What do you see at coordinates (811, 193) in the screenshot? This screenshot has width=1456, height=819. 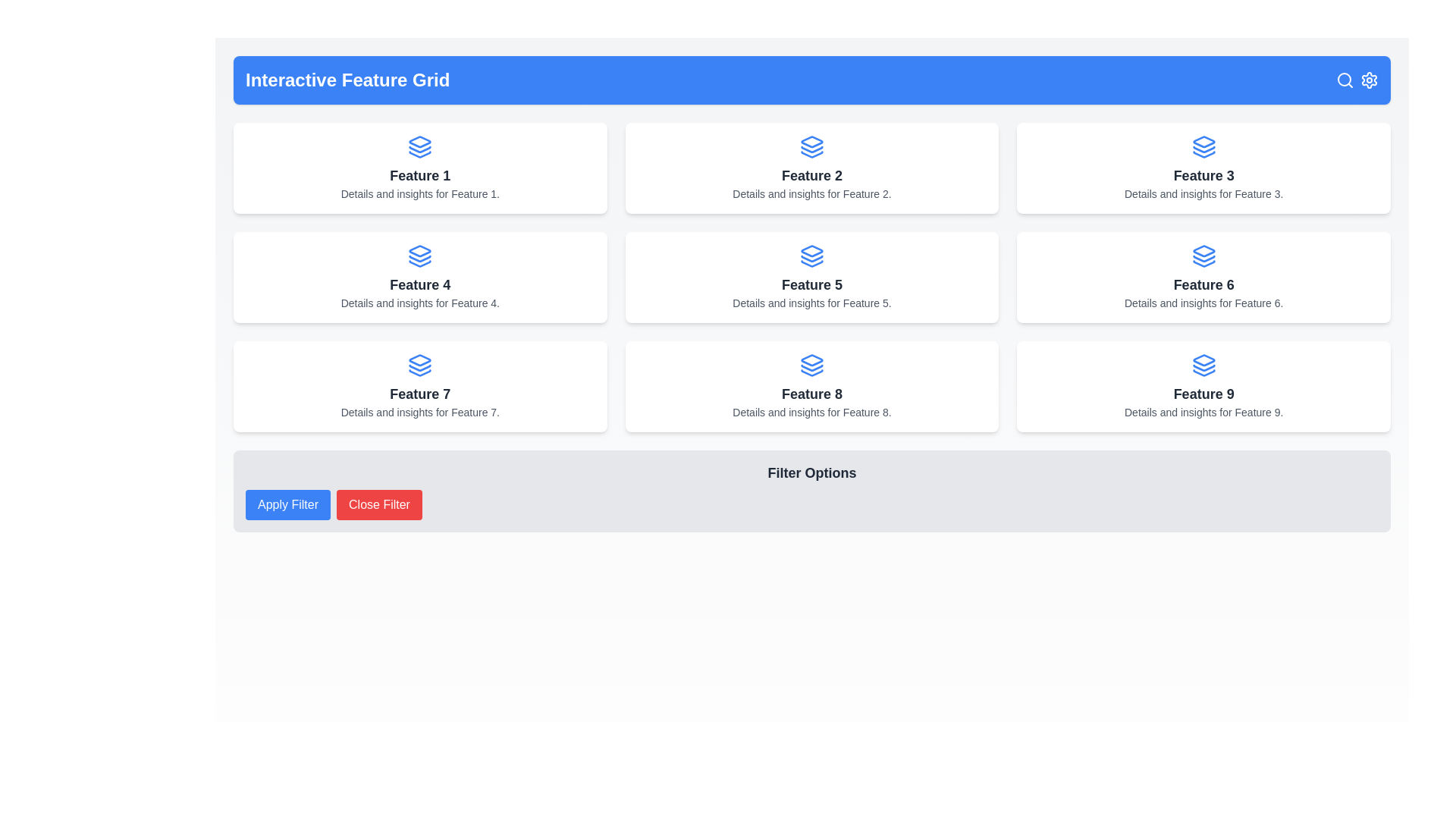 I see `the descriptive text label located beneath the bold title 'Feature 2' in the second column of the first row in the grid layout` at bounding box center [811, 193].